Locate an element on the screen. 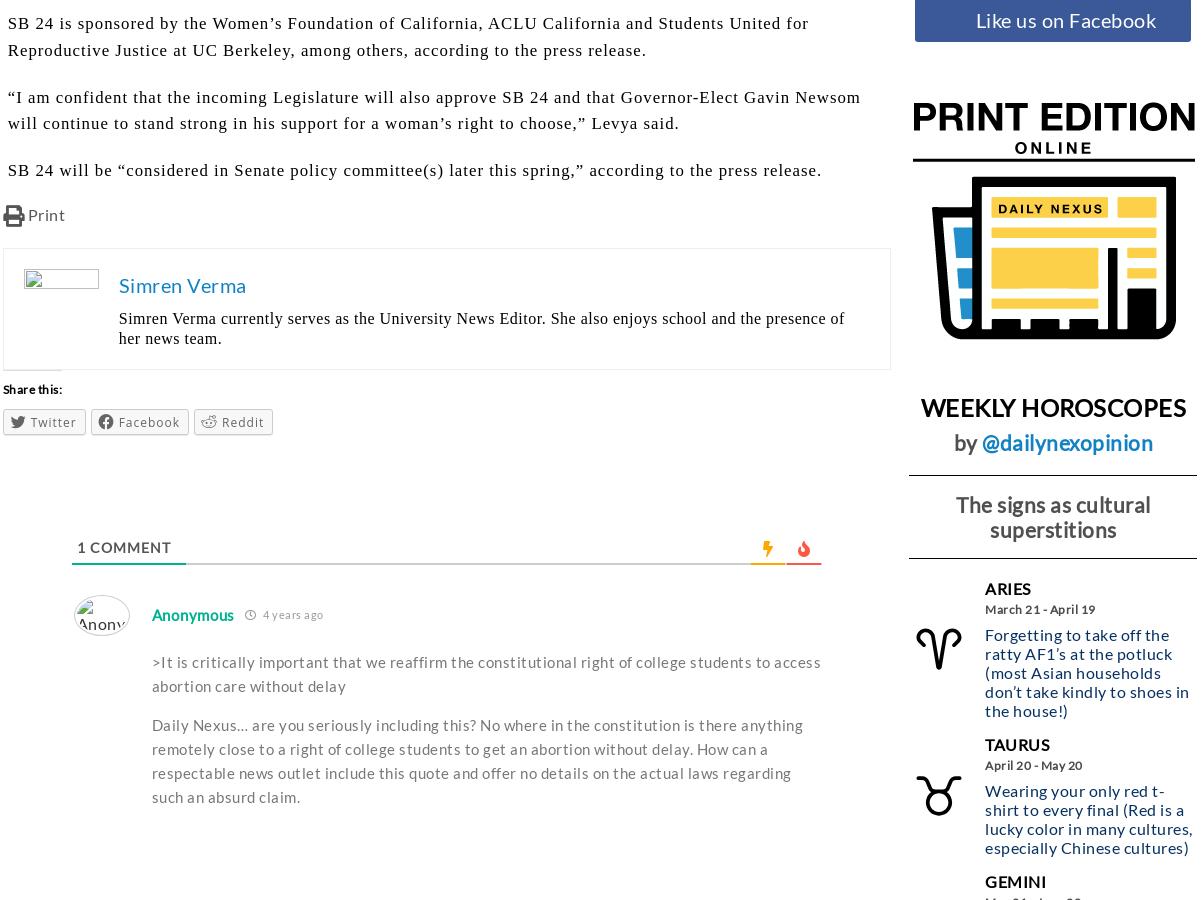 This screenshot has width=1204, height=900. 'Comment' is located at coordinates (127, 546).